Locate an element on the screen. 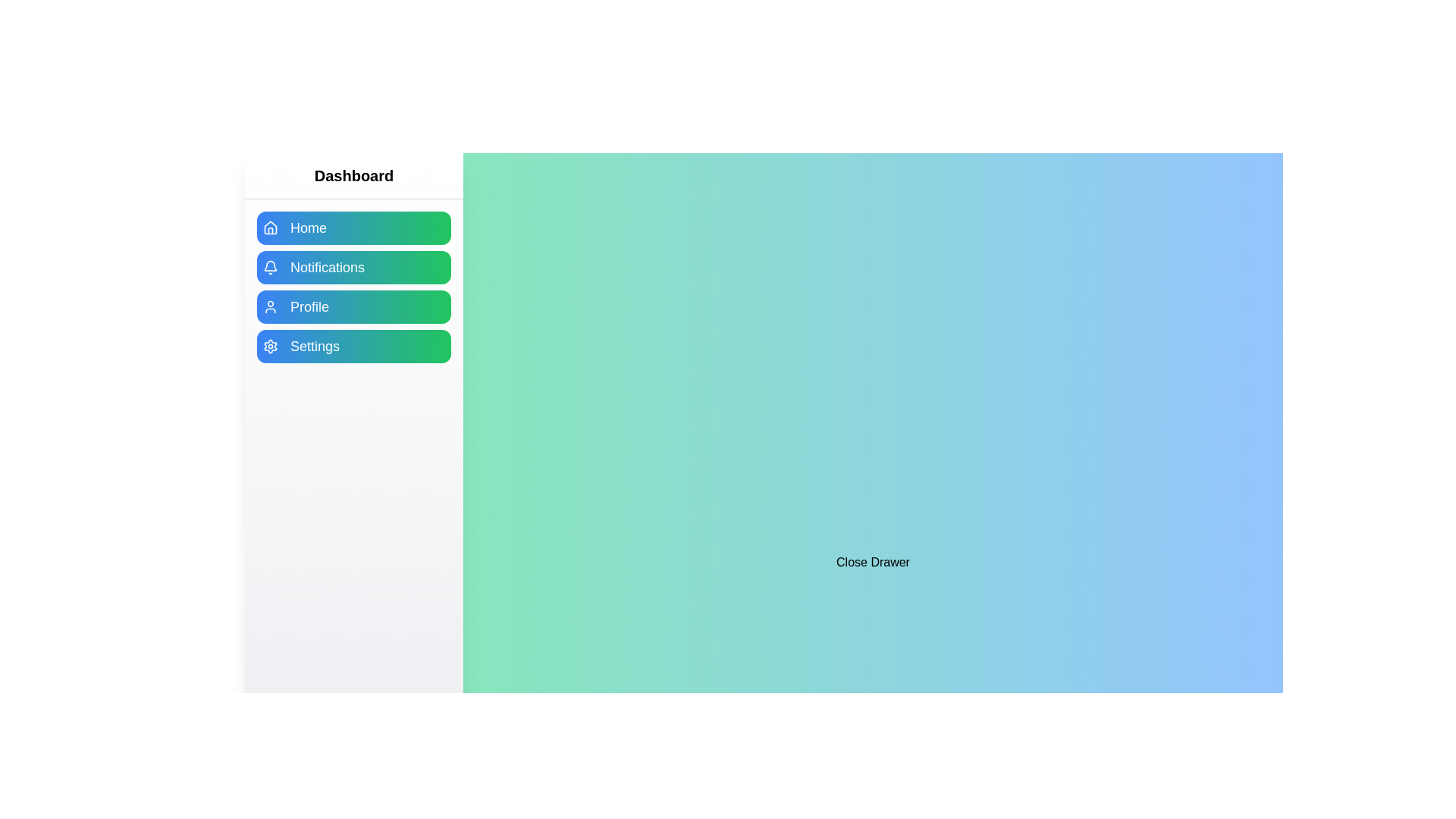 The width and height of the screenshot is (1456, 819). the menu item labeled Profile is located at coordinates (353, 307).